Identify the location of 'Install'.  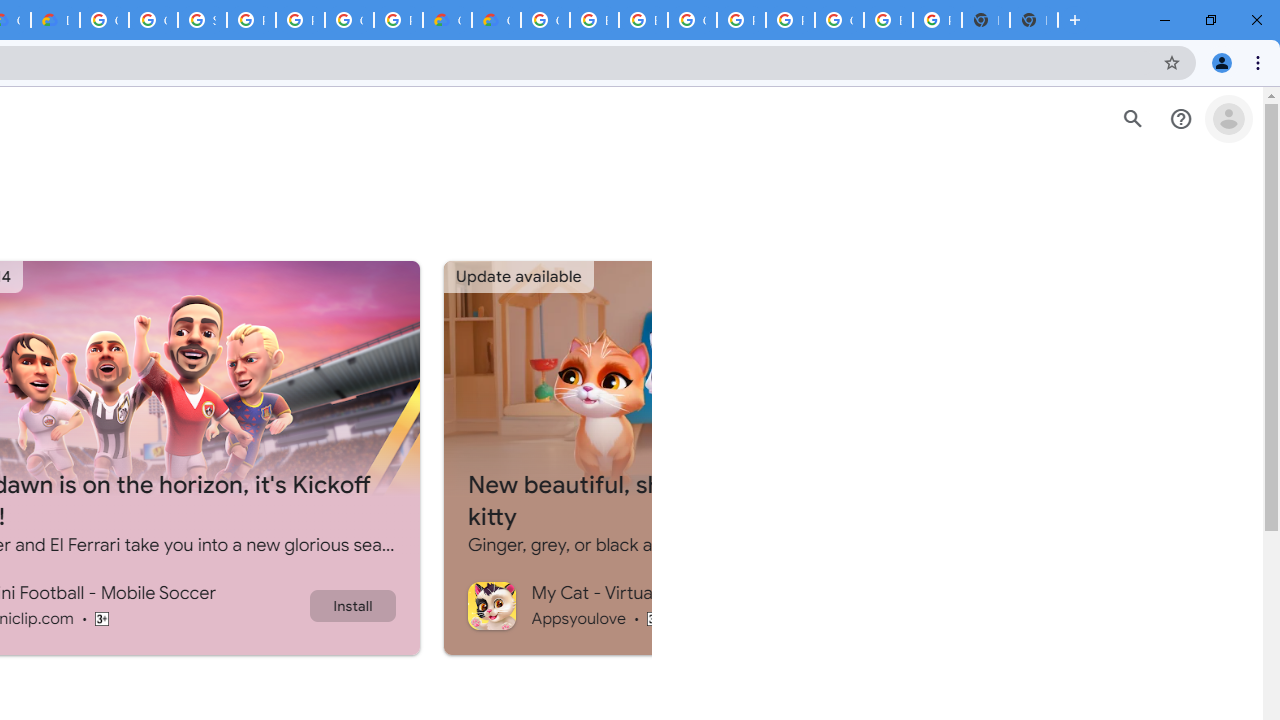
(352, 604).